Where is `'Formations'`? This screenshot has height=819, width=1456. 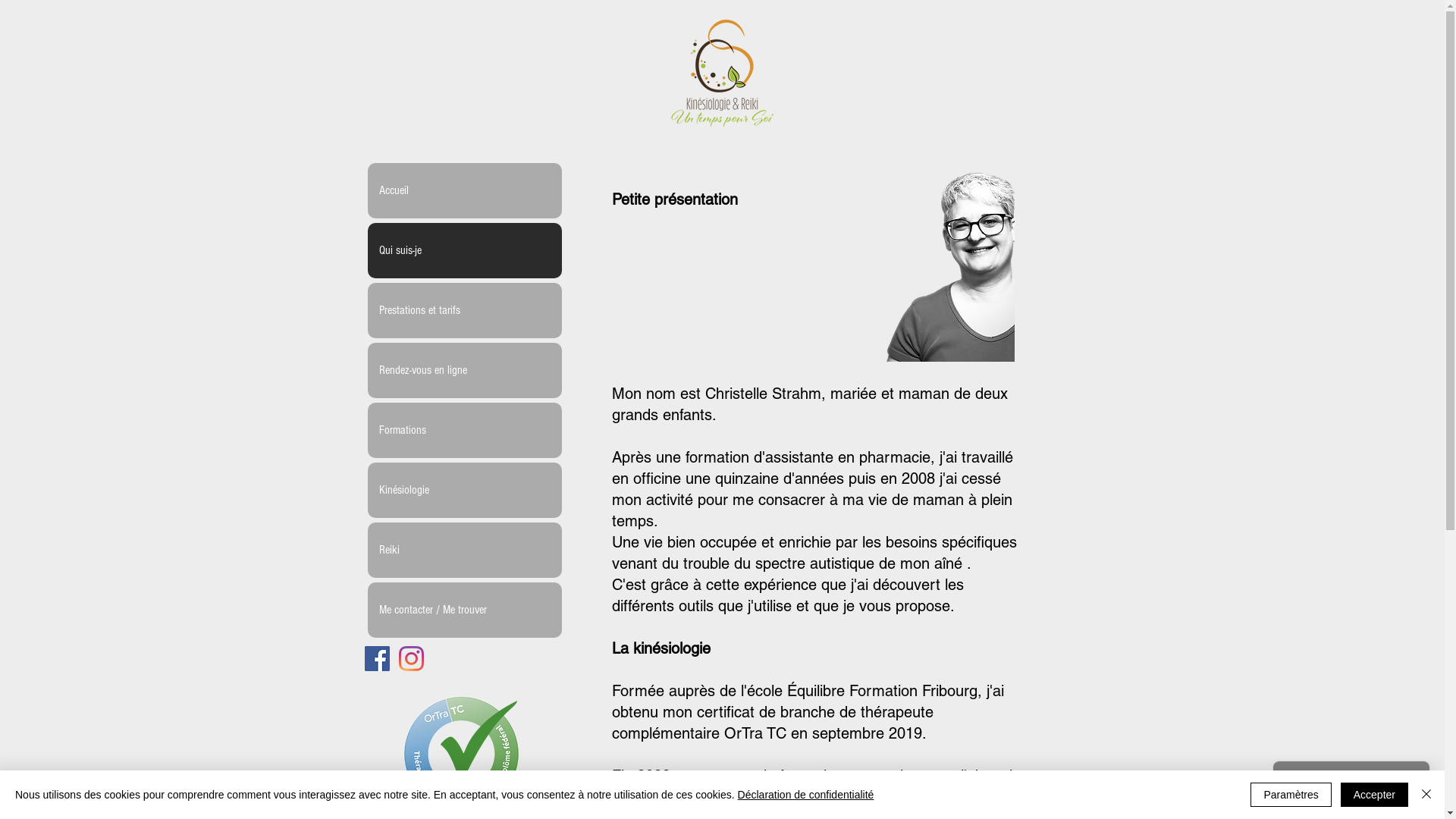 'Formations' is located at coordinates (463, 430).